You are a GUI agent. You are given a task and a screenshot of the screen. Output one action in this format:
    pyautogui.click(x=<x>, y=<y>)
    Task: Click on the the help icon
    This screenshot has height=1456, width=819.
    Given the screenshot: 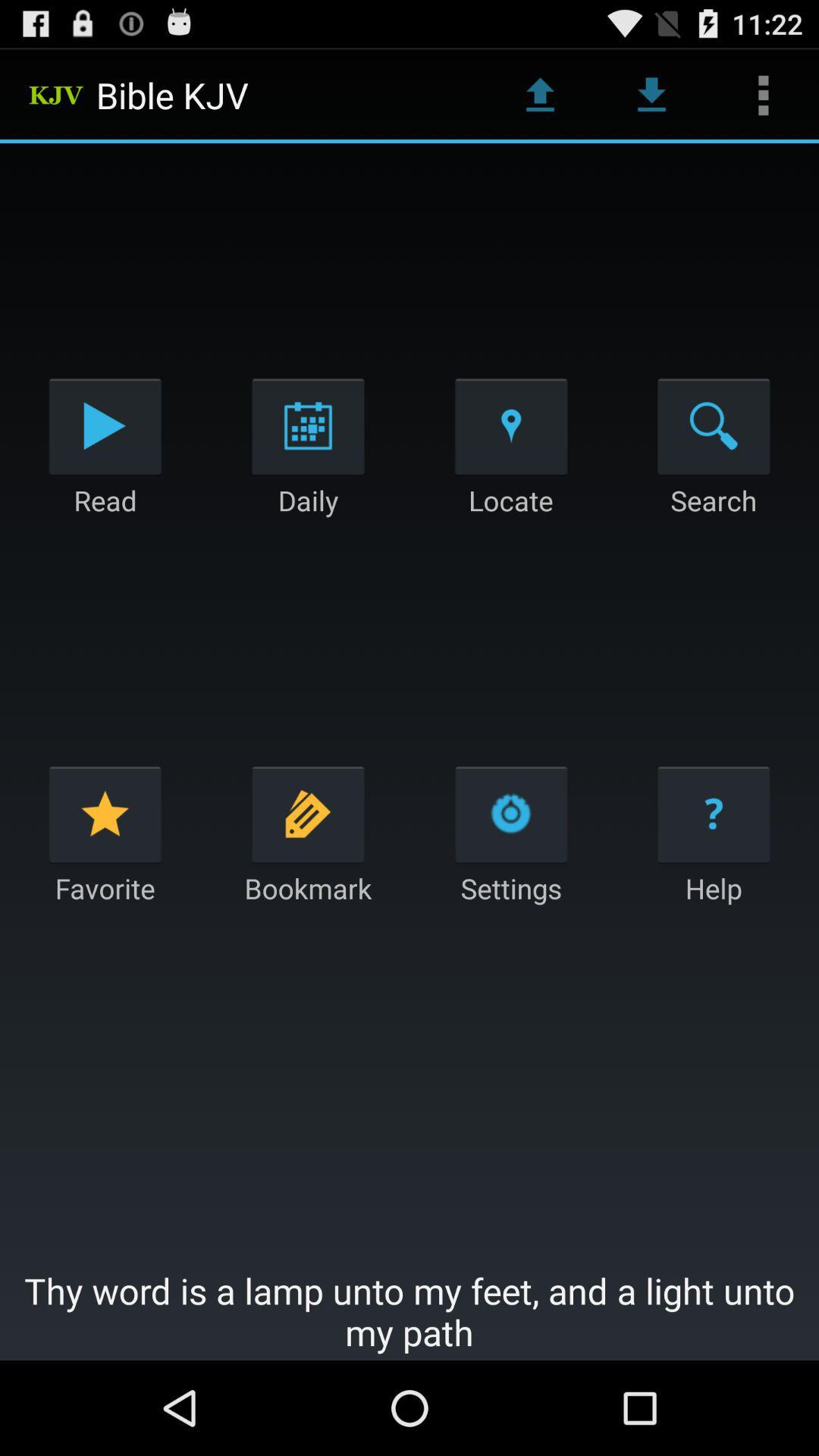 What is the action you would take?
    pyautogui.click(x=714, y=871)
    